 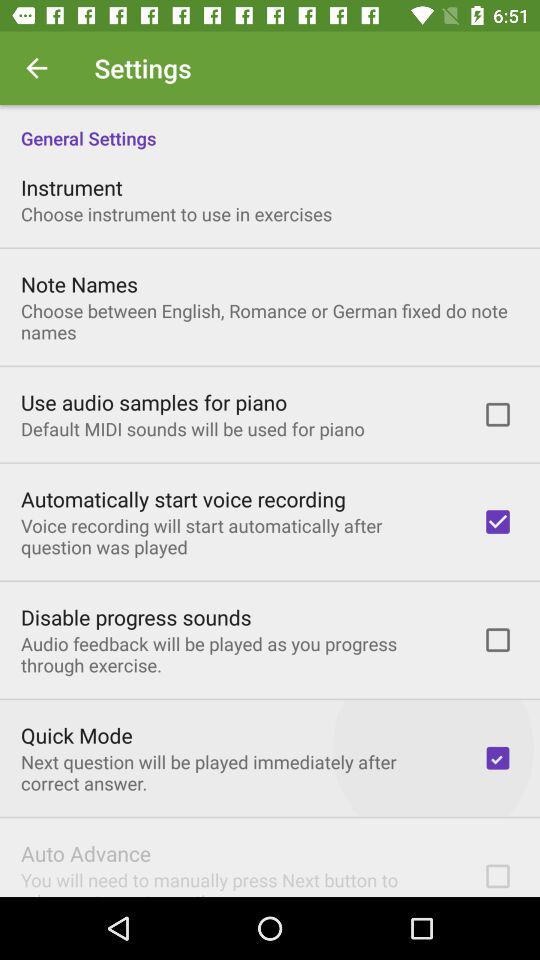 What do you see at coordinates (135, 616) in the screenshot?
I see `the icon below the voice recording will` at bounding box center [135, 616].